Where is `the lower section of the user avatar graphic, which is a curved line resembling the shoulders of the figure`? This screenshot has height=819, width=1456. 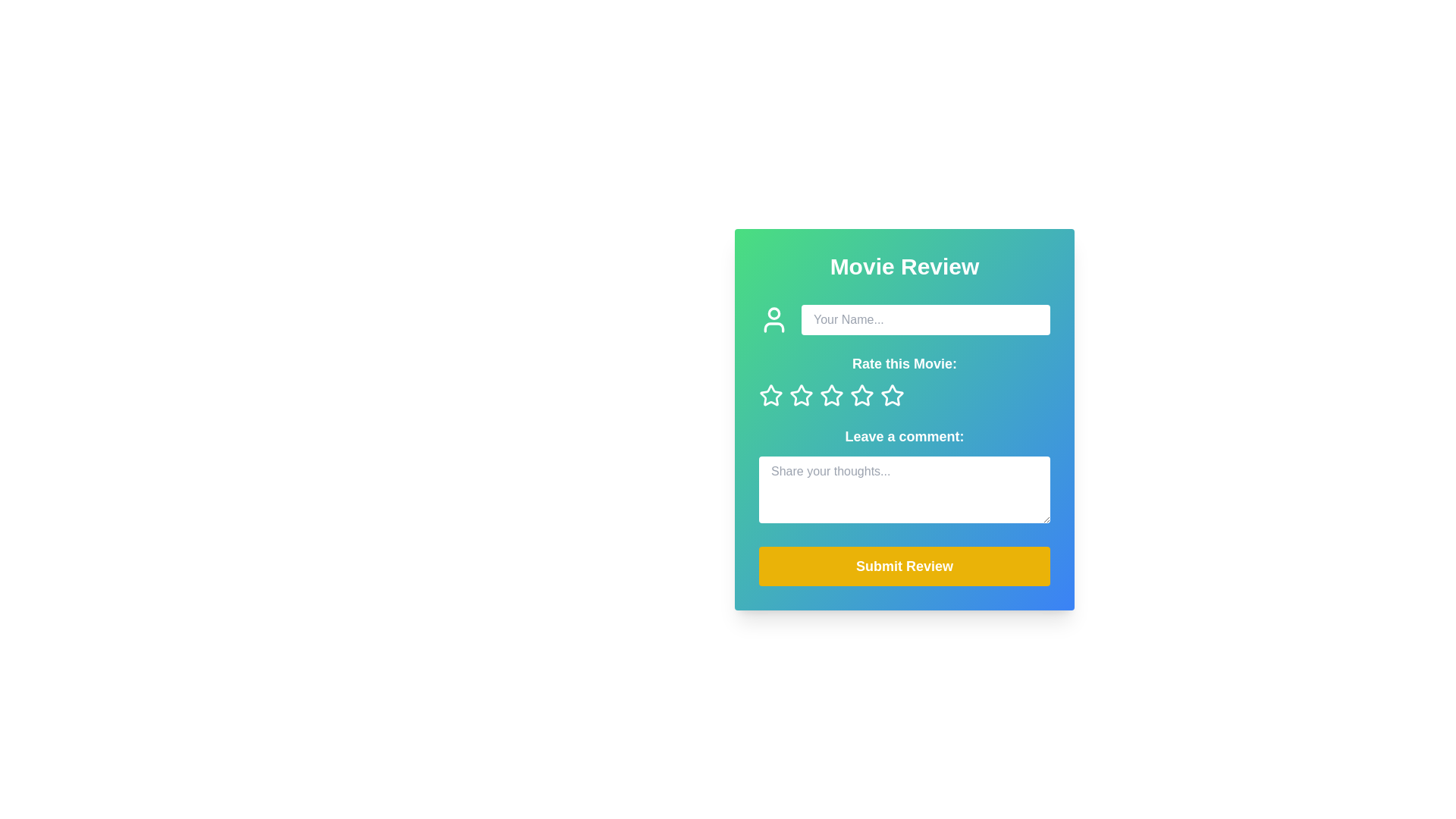
the lower section of the user avatar graphic, which is a curved line resembling the shoulders of the figure is located at coordinates (774, 327).